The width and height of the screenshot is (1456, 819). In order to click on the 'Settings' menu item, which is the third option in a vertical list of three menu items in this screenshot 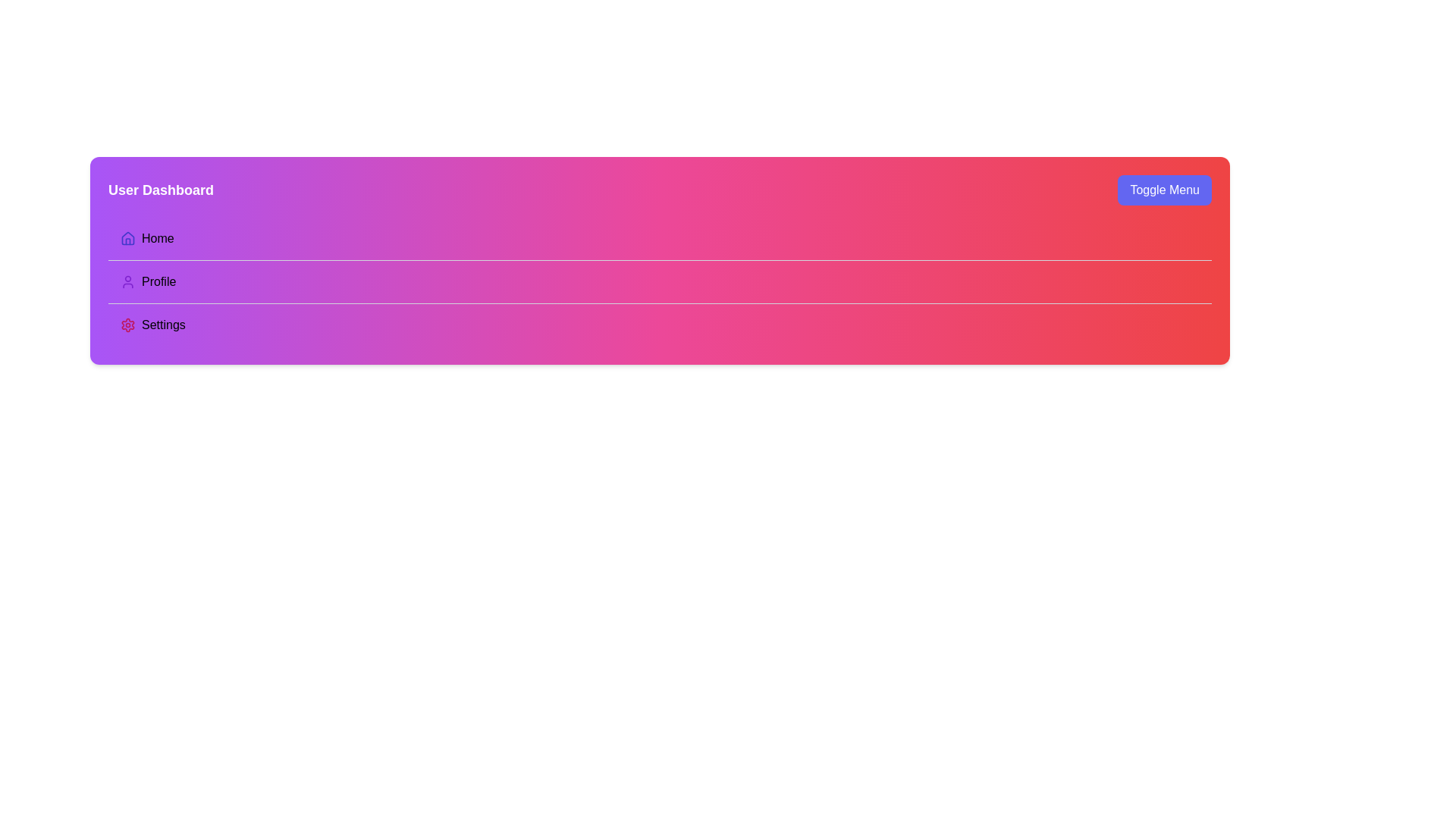, I will do `click(660, 324)`.